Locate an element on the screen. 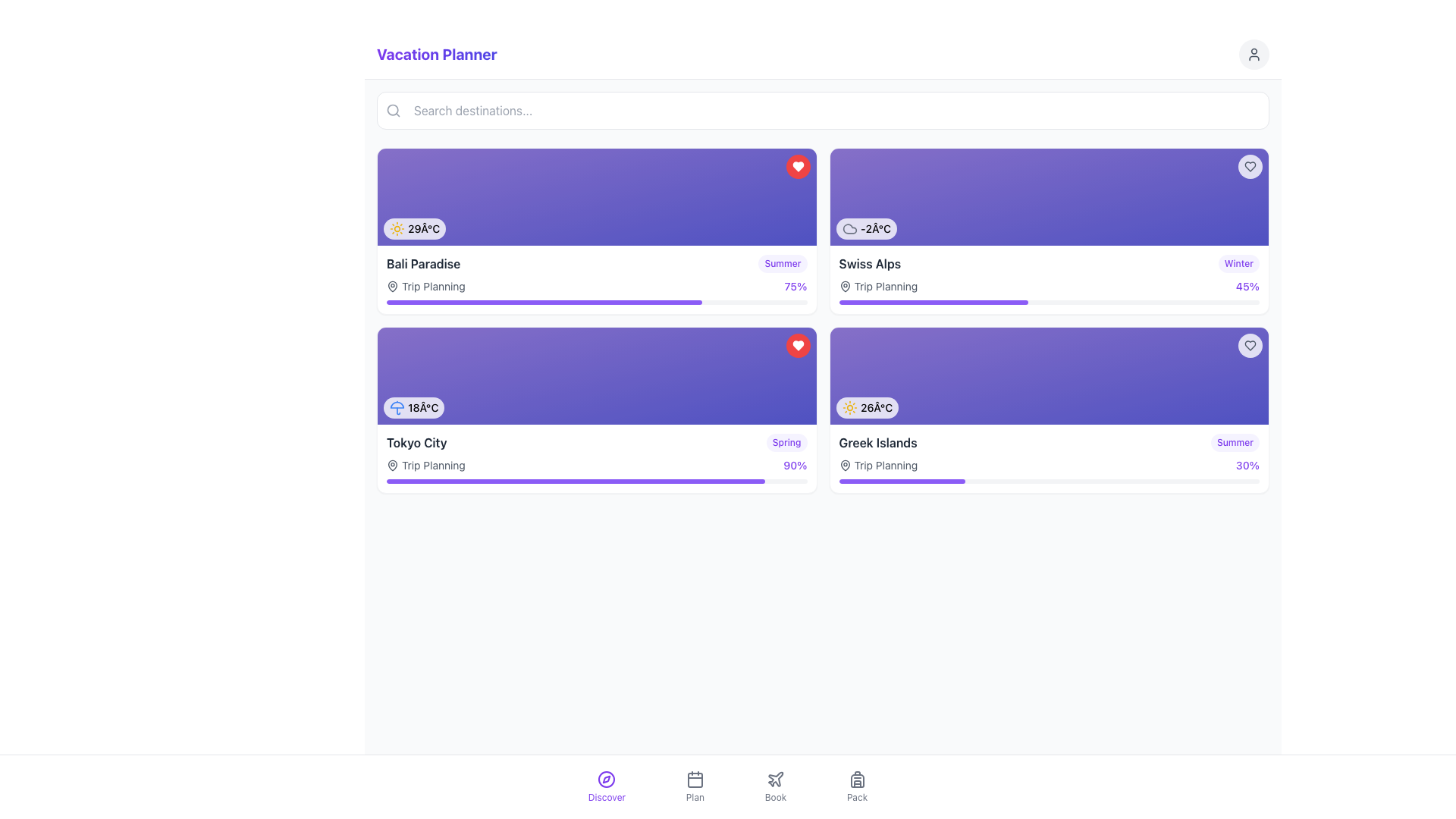  text description of the text label located in the lower part of the 'Greek Islands' tile, positioned to the right of a map pin icon is located at coordinates (886, 464).